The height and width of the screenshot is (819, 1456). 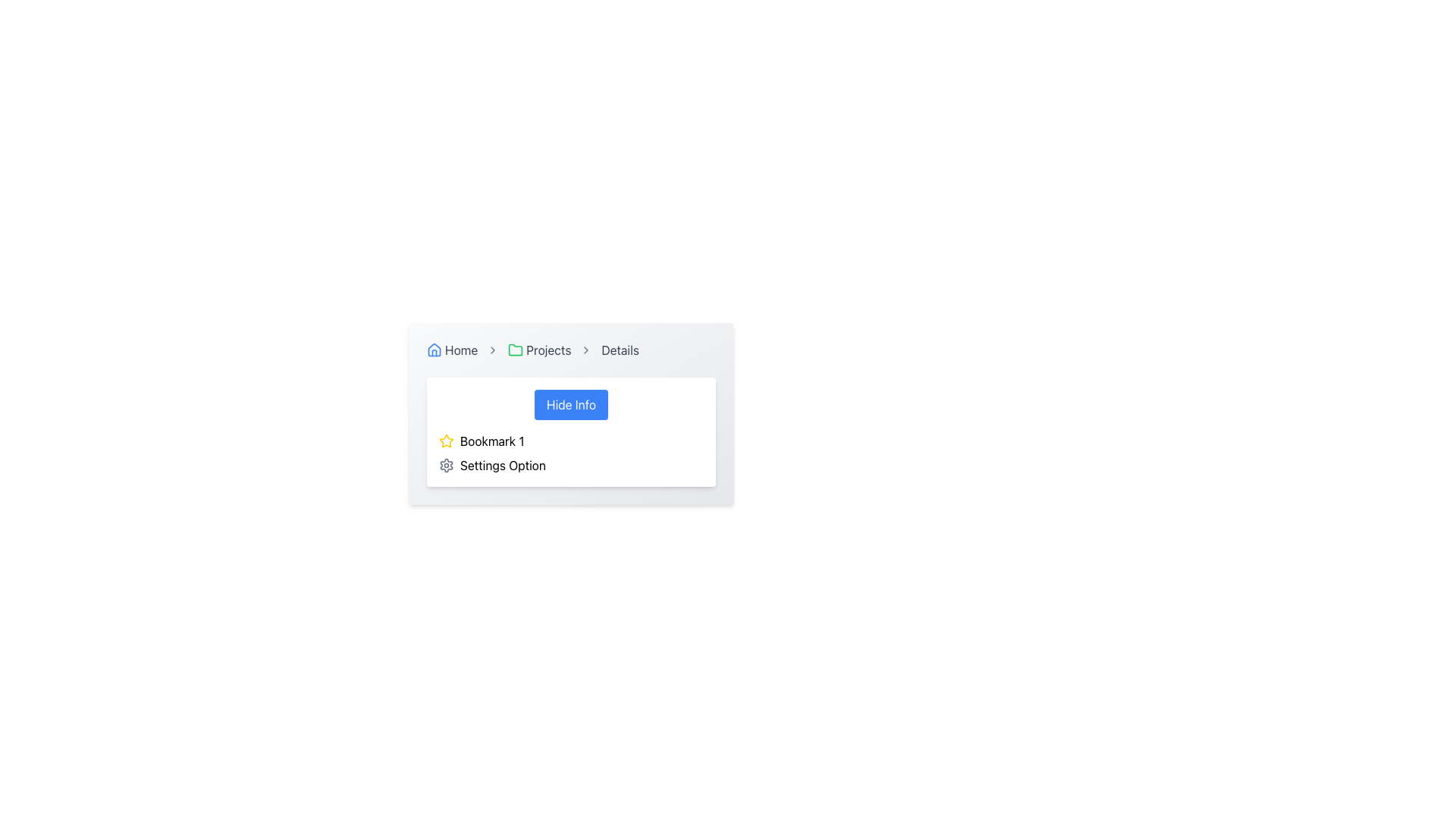 I want to click on the right chevron arrow icon in the breadcrumb navigation bar, which is positioned between the 'Projects' and 'Details' labels, so click(x=585, y=350).